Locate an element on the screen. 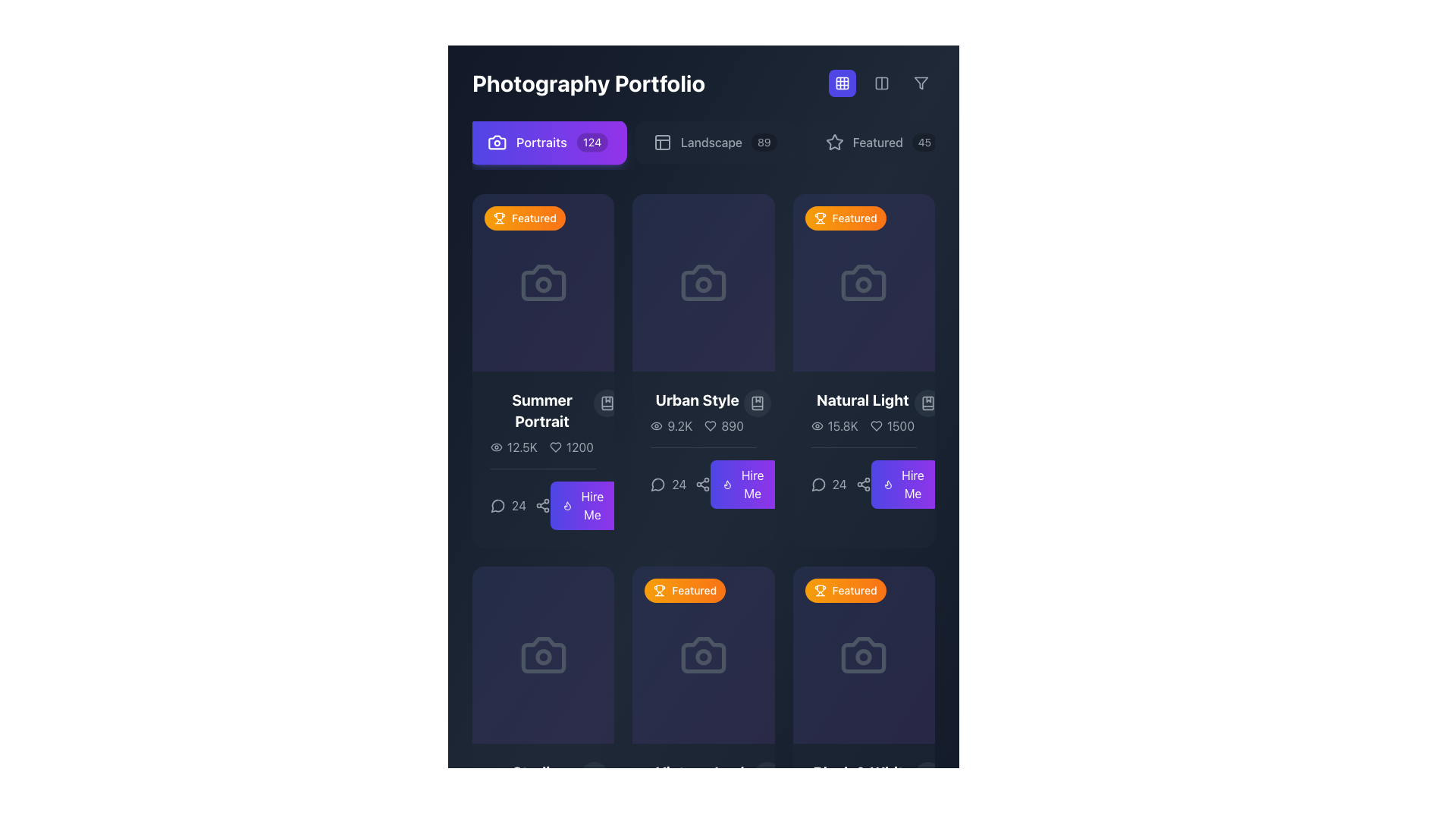 Image resolution: width=1456 pixels, height=819 pixels. the circular graphic element within the camera icon, which is styled as a simple stroke without fill and represents a lens, located centrally on the camera icon graphic in the 'Natural Light' section is located at coordinates (864, 284).